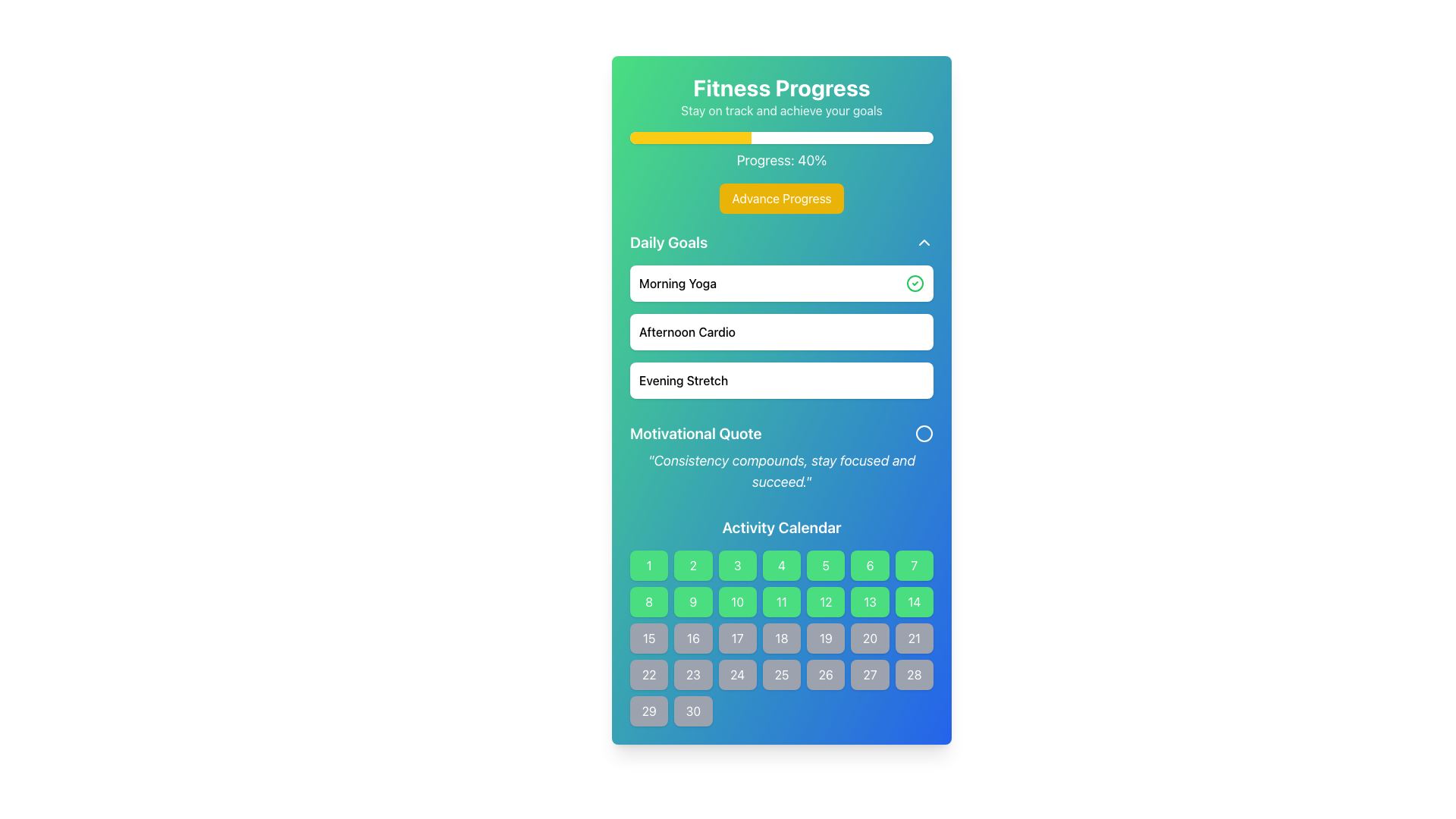  Describe the element at coordinates (682, 379) in the screenshot. I see `the text label displaying 'Evening Stretch', which is located in the 'Daily Goals' section, positioned below 'Afternoon Cardio' and above 'Motivational Quote'` at that location.